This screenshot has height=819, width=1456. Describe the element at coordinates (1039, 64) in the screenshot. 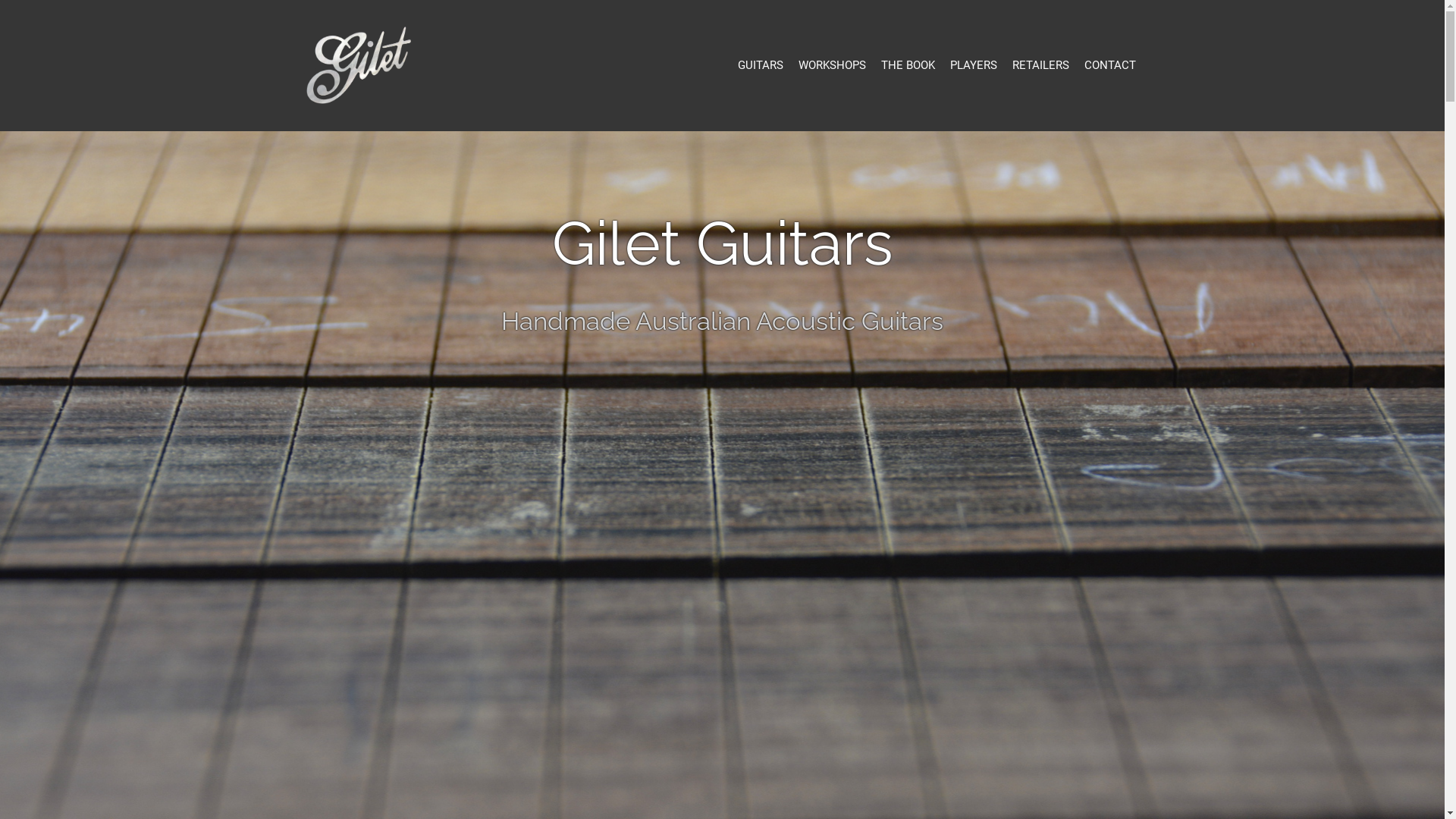

I see `'RETAILERS'` at that location.